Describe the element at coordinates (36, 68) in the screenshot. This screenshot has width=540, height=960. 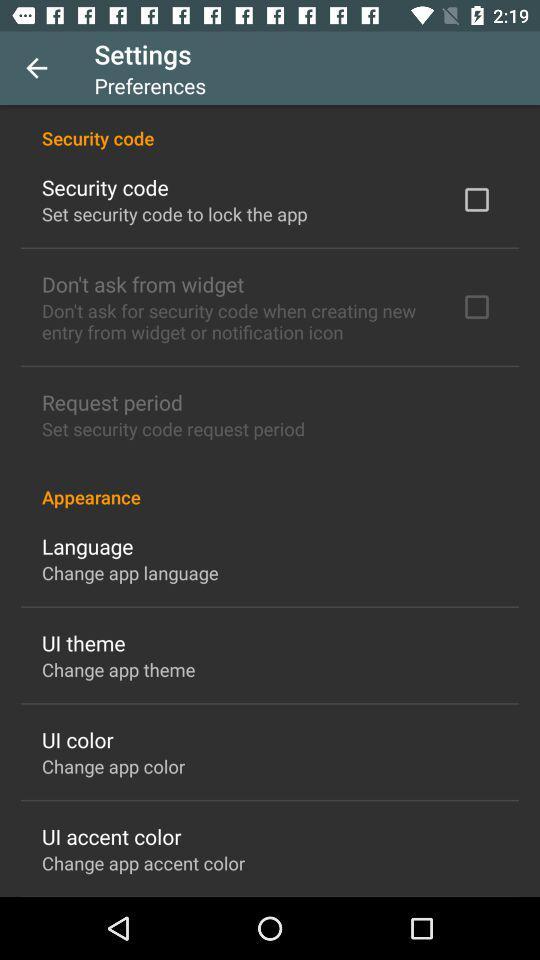
I see `item next to the settings icon` at that location.